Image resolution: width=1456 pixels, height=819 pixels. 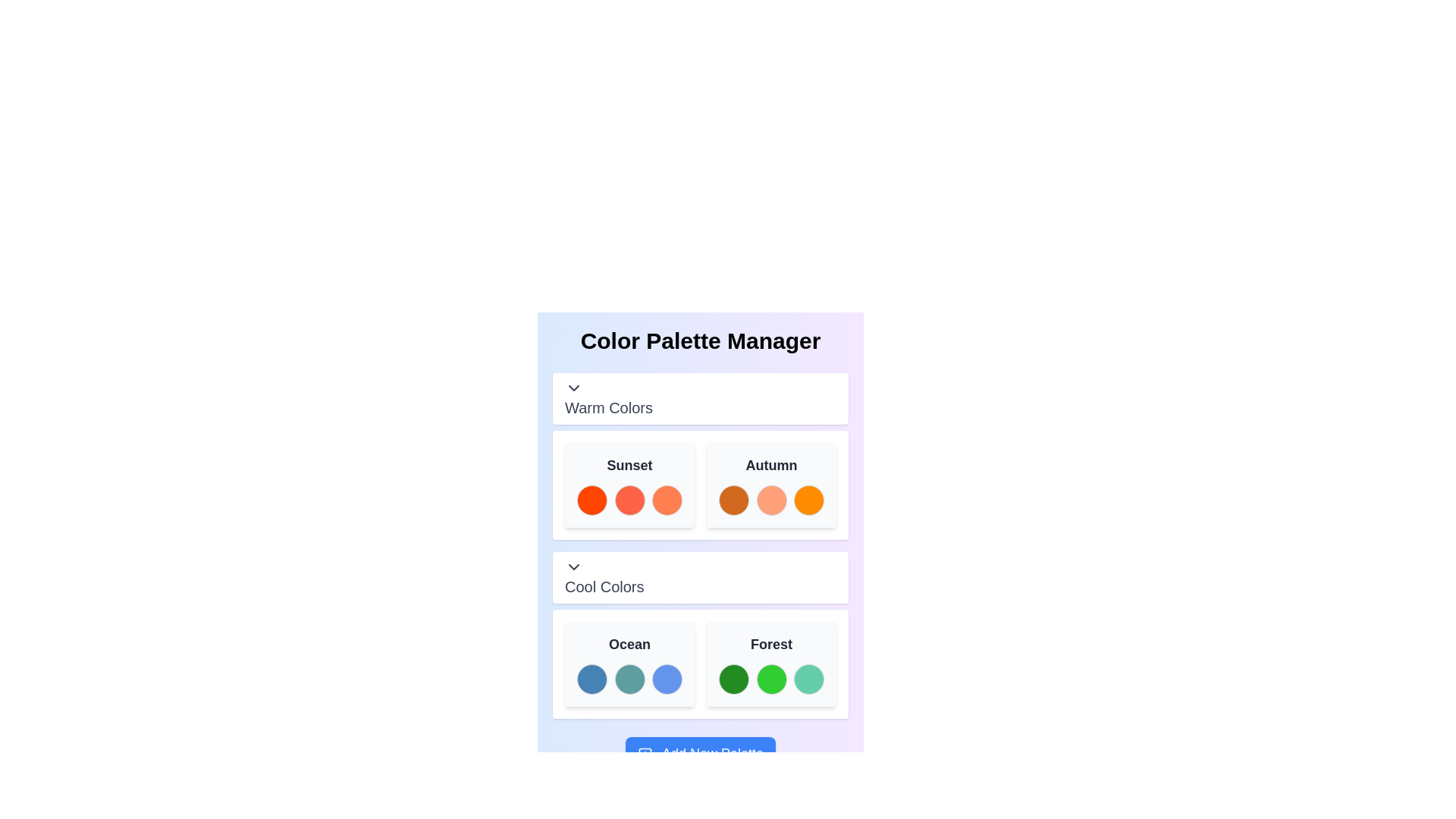 I want to click on the first color selector in the 'Warm Colors' section, so click(x=734, y=500).